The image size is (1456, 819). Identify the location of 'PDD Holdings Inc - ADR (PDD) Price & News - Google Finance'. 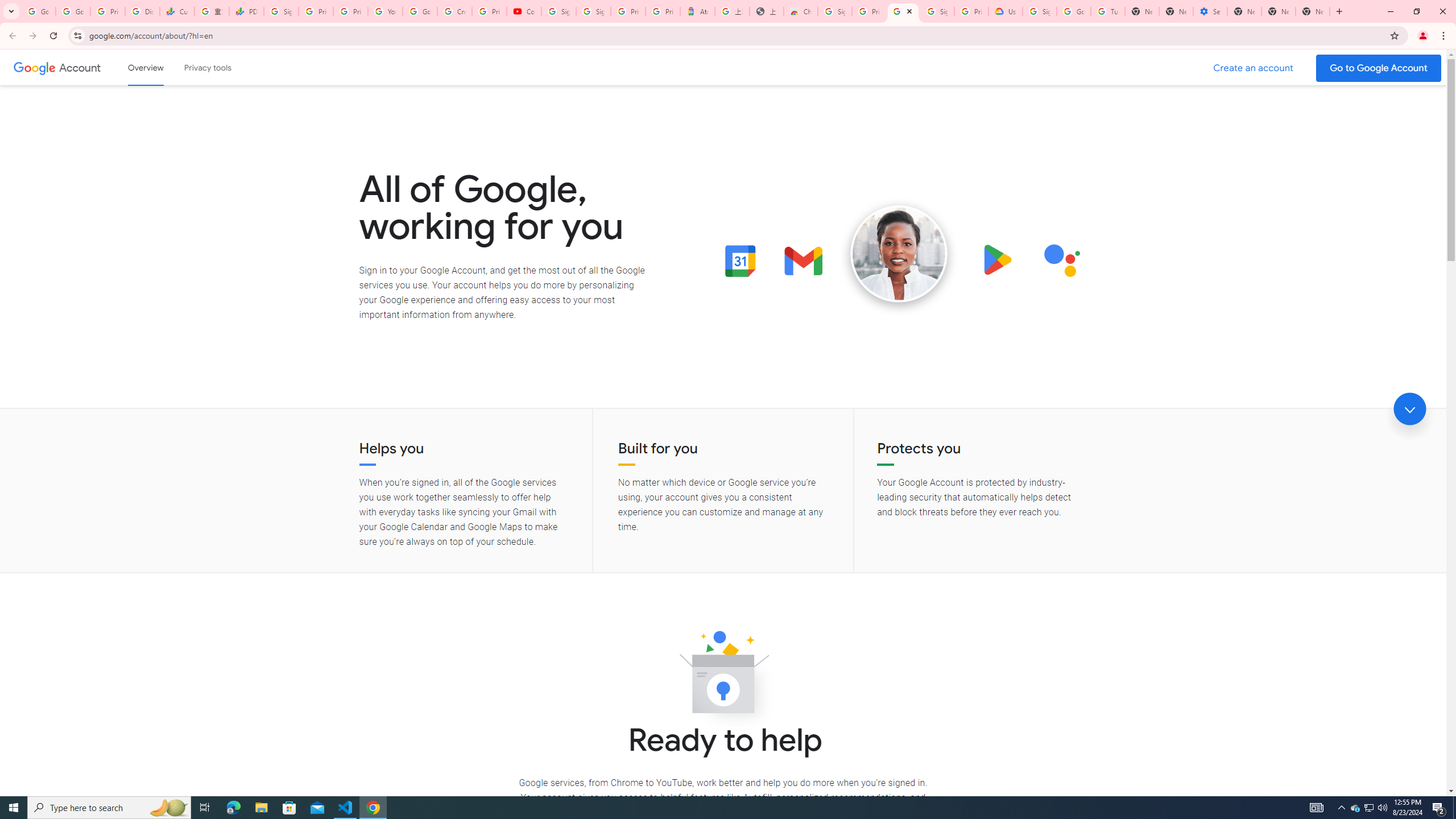
(246, 11).